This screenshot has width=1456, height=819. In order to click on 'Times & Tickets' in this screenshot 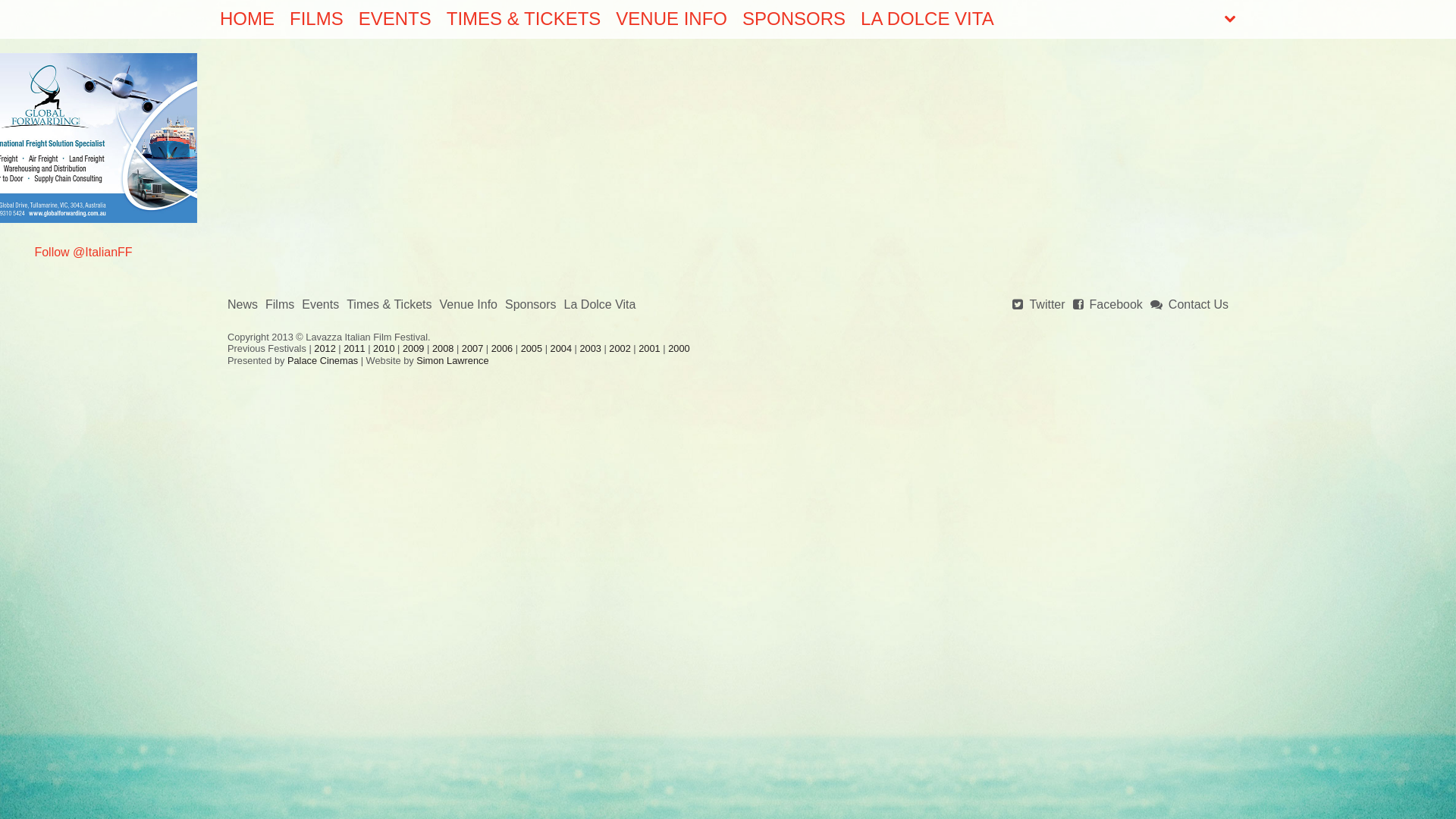, I will do `click(389, 305)`.